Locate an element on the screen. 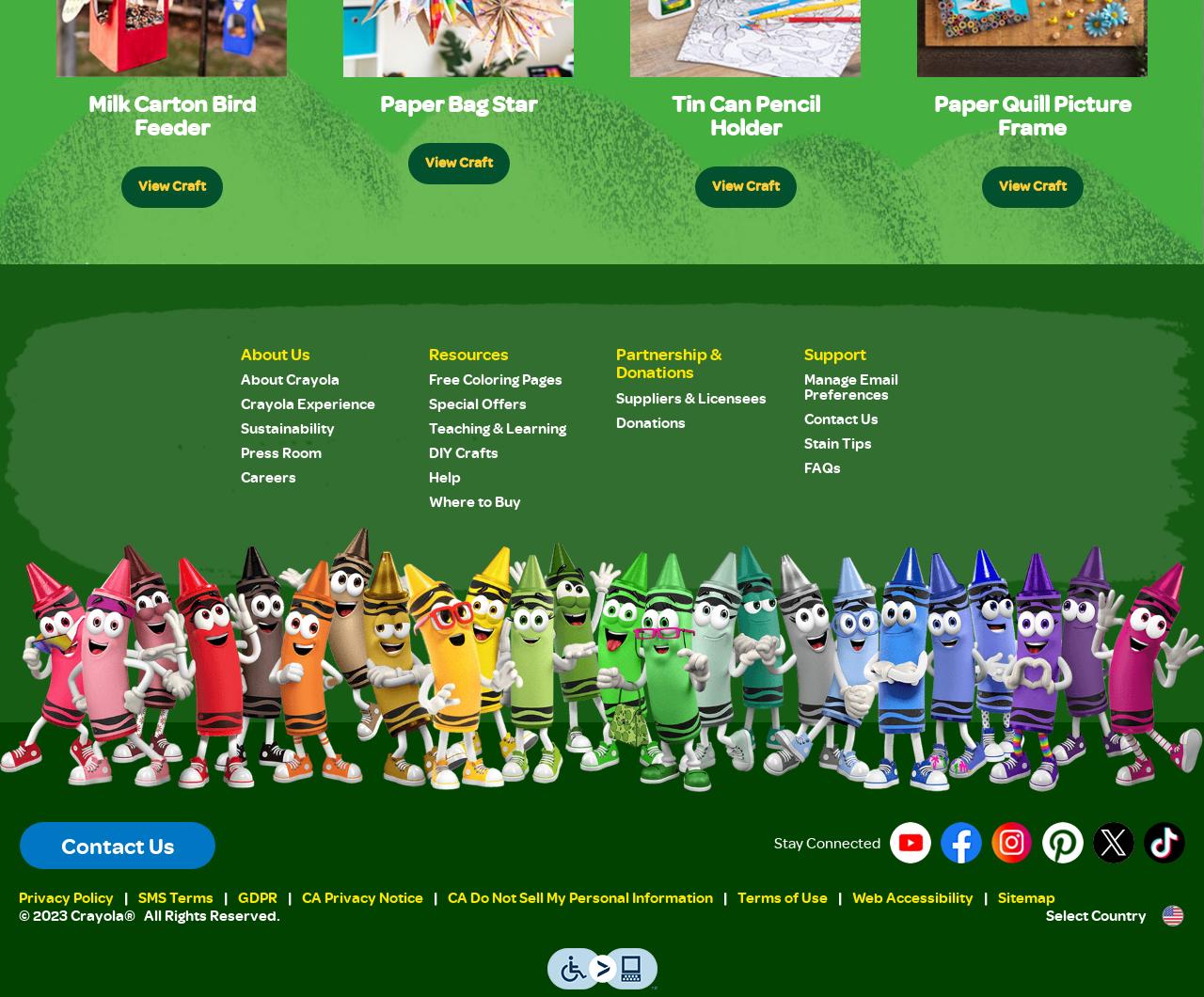 This screenshot has width=1204, height=997. 'Manage Email Preferences' is located at coordinates (849, 385).